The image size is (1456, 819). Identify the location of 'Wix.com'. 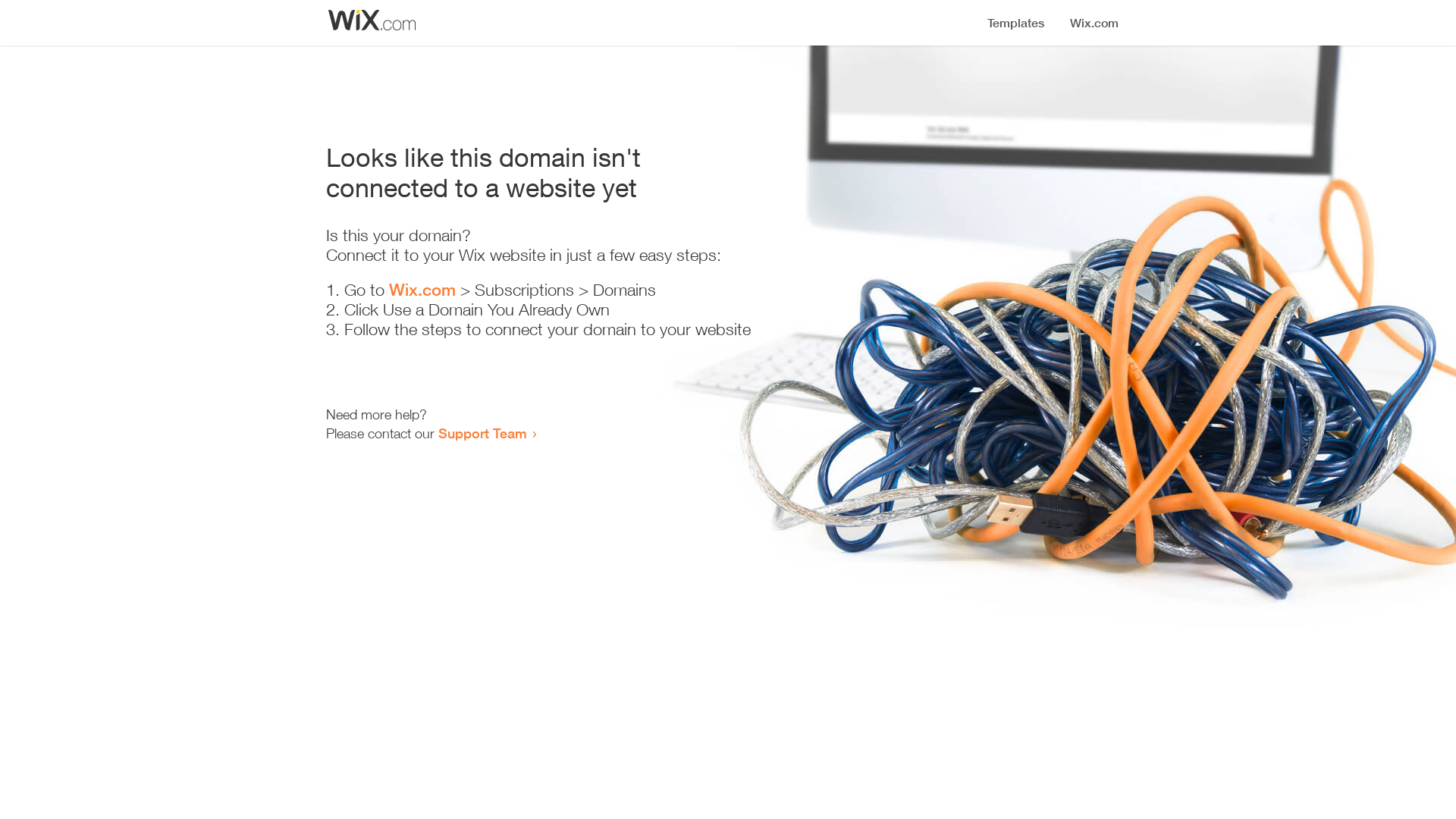
(389, 289).